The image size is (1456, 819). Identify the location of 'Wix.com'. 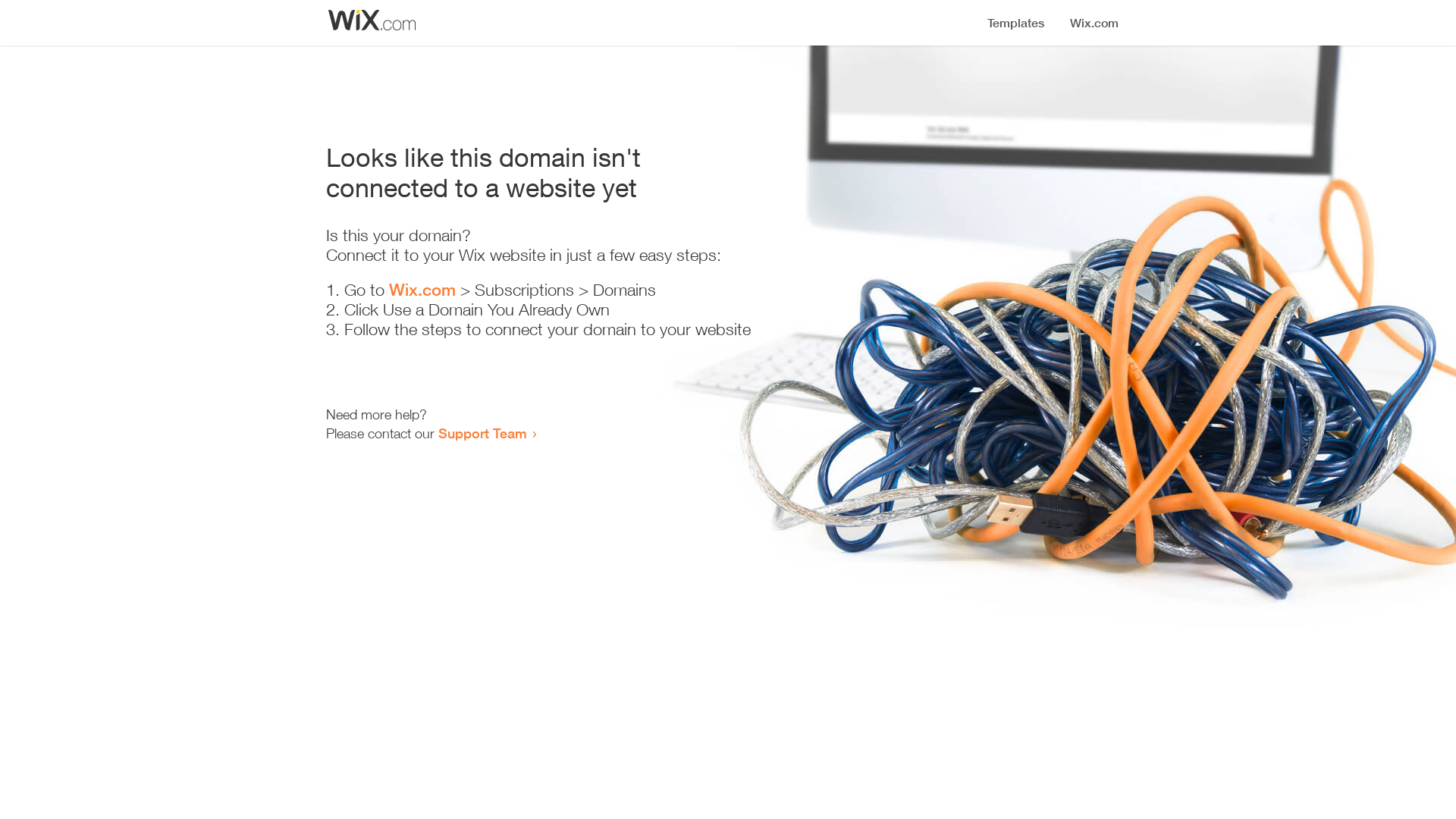
(389, 289).